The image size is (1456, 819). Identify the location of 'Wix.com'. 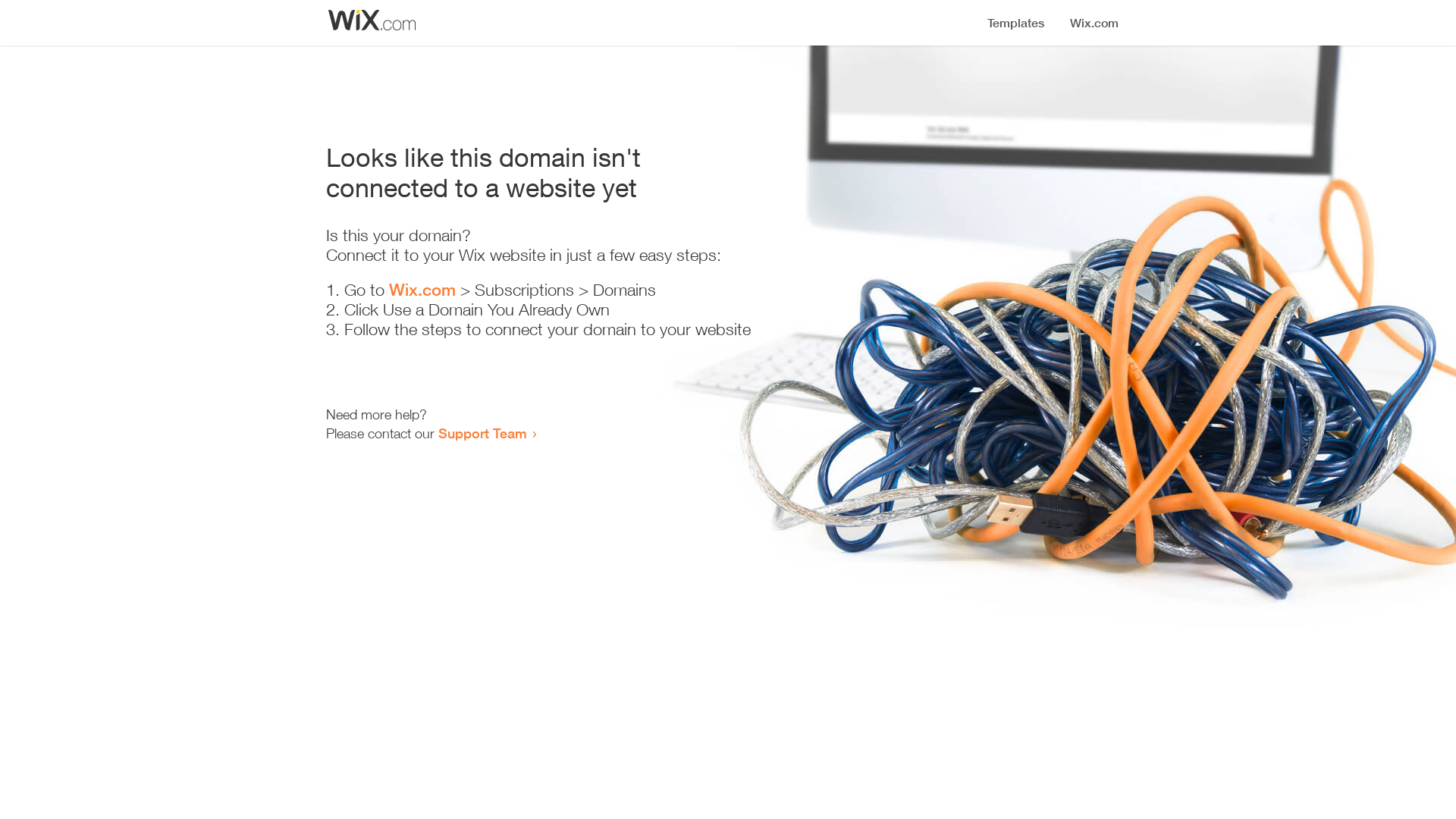
(389, 289).